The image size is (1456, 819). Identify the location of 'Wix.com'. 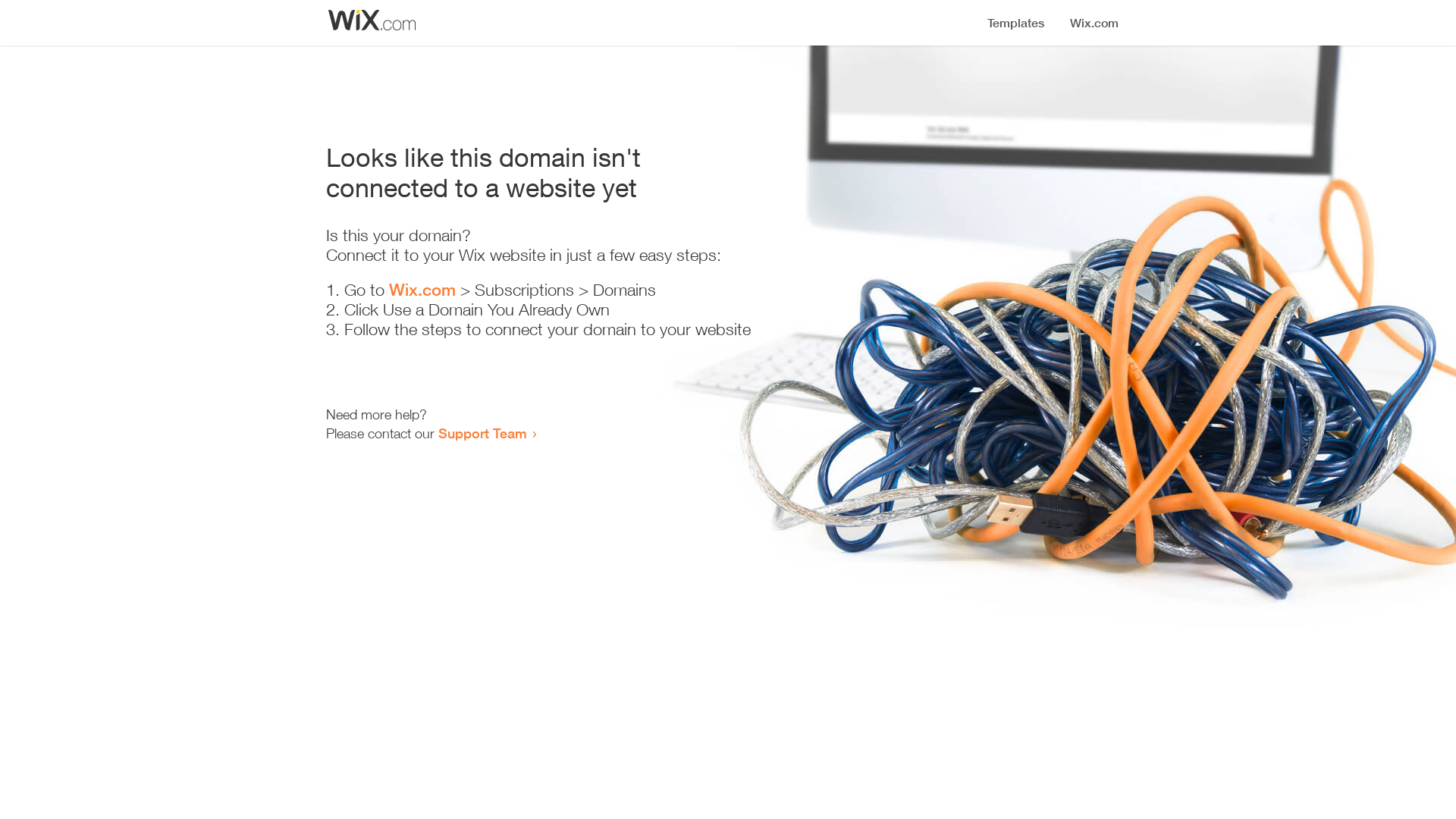
(389, 289).